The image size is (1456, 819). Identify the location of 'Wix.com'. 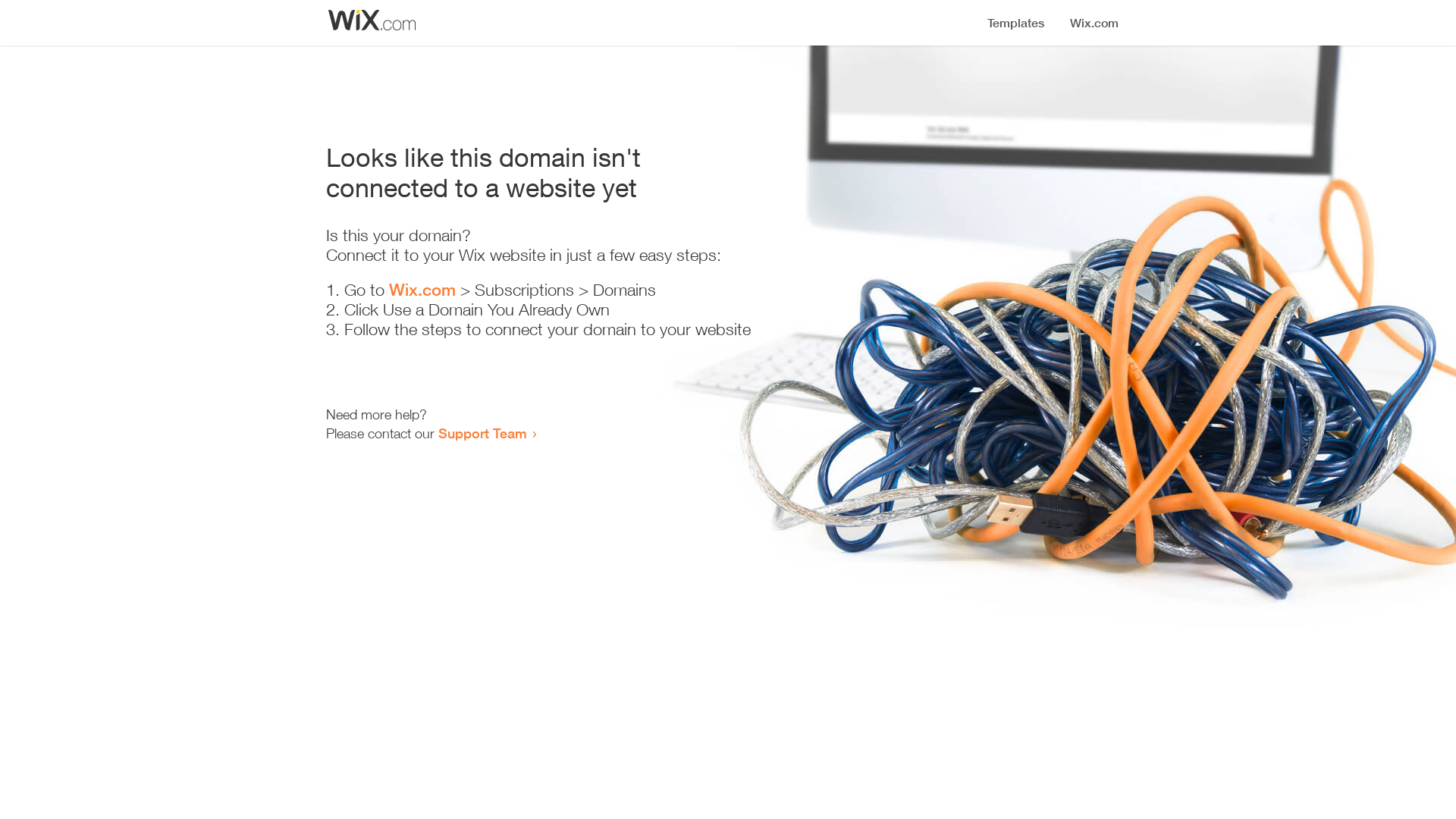
(389, 289).